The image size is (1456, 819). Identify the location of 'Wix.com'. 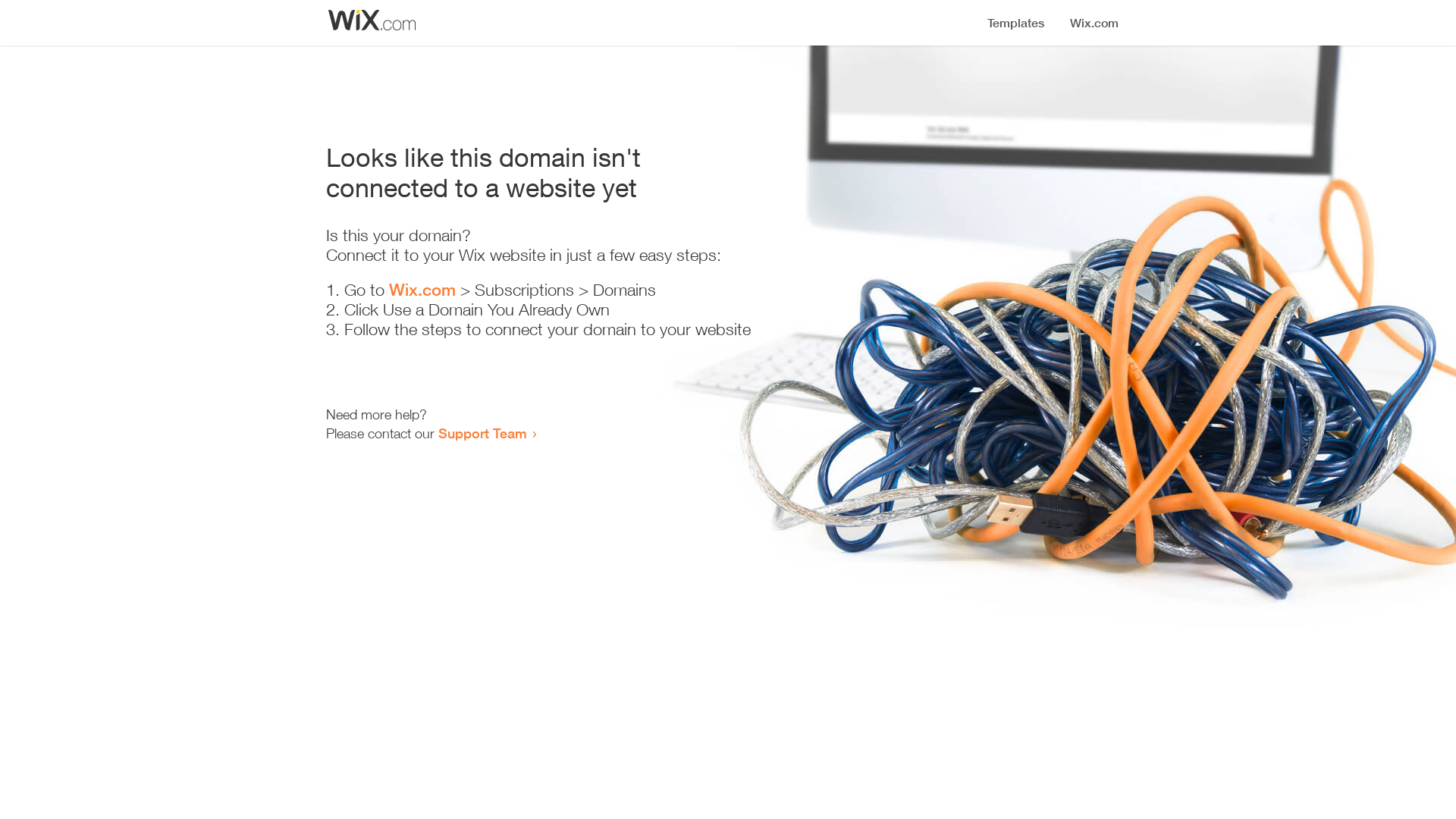
(389, 289).